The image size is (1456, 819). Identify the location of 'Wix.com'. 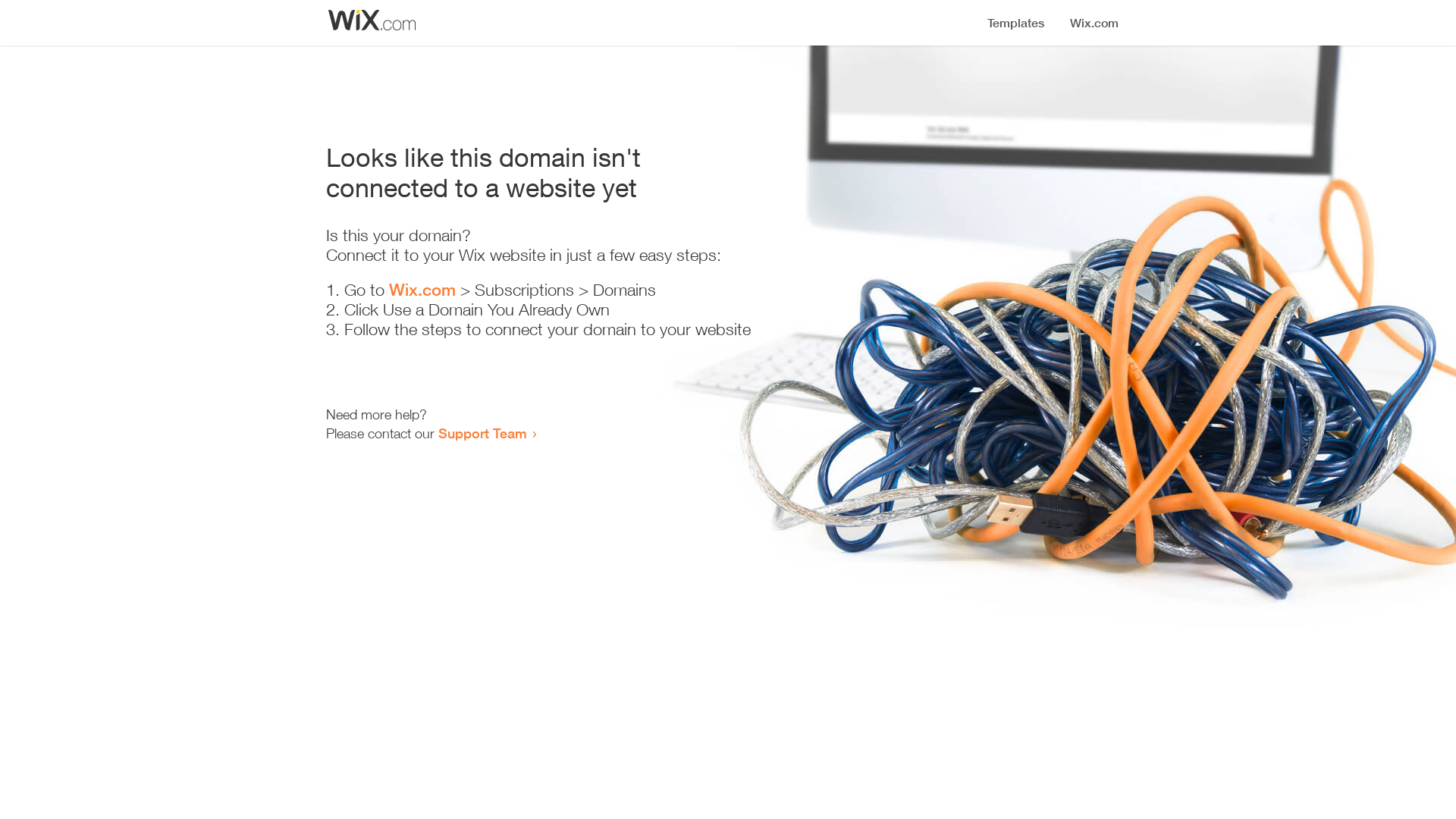
(389, 289).